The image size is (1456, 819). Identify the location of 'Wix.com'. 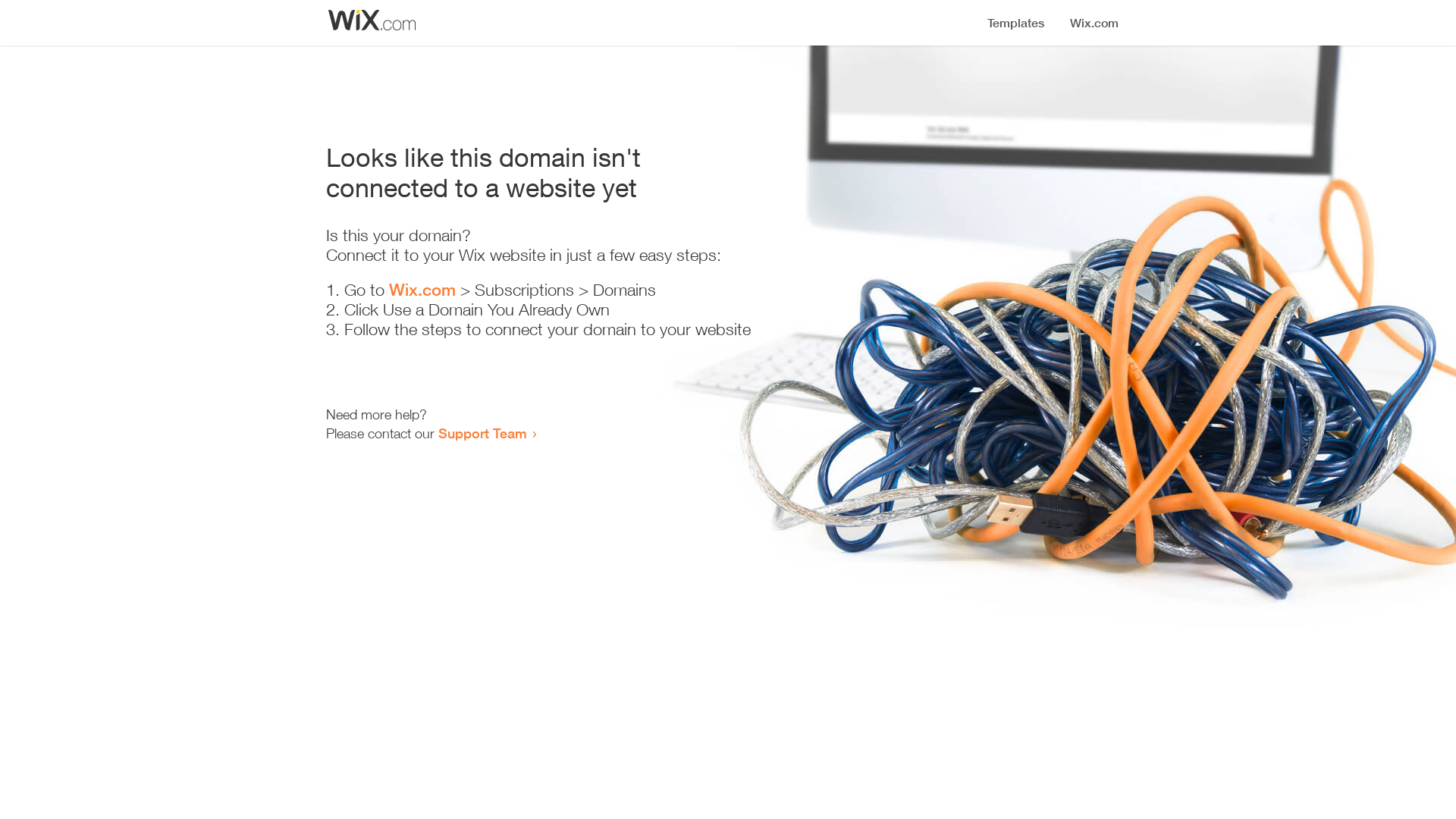
(389, 289).